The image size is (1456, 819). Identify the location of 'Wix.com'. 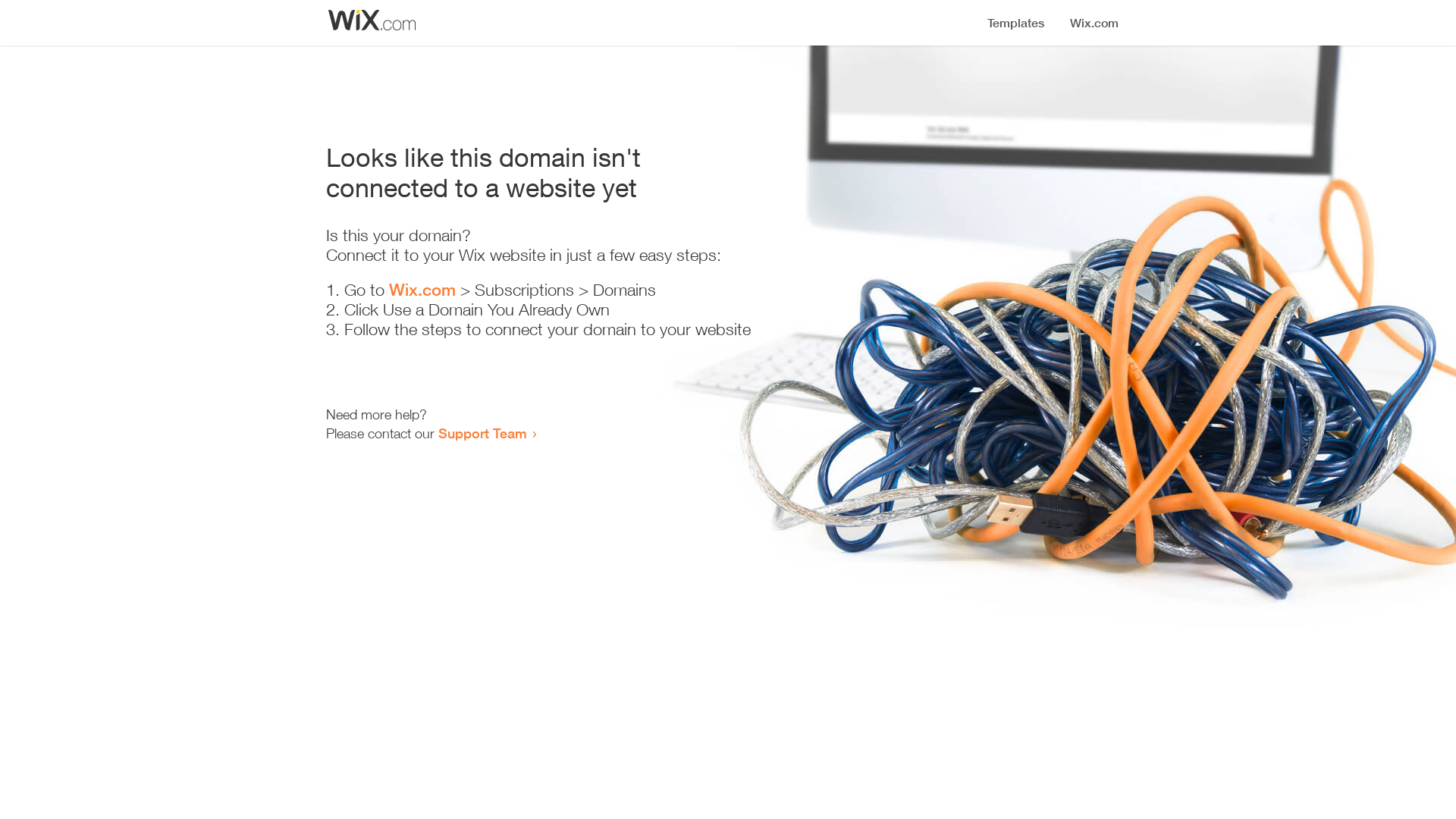
(389, 289).